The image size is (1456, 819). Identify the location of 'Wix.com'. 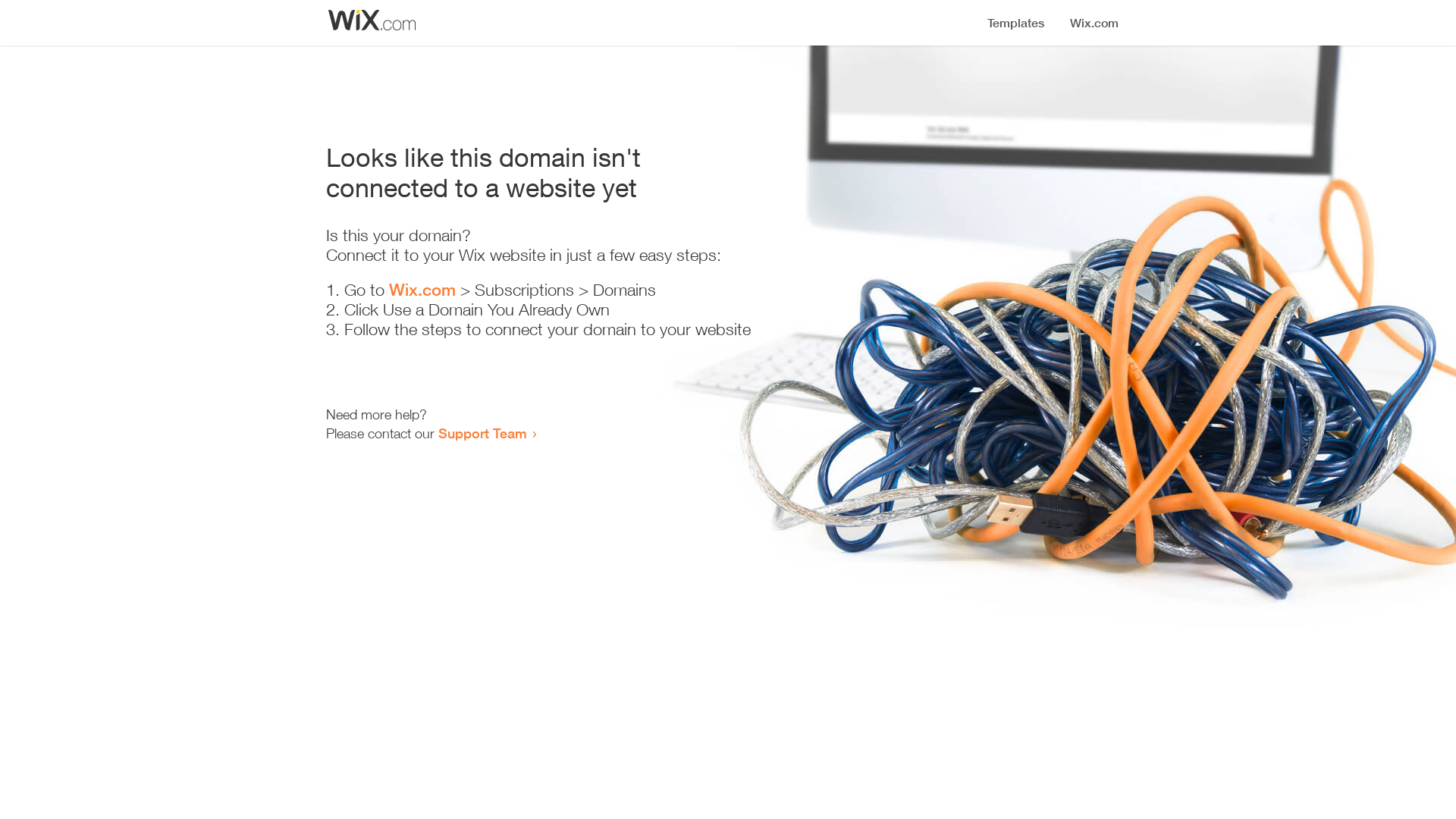
(389, 289).